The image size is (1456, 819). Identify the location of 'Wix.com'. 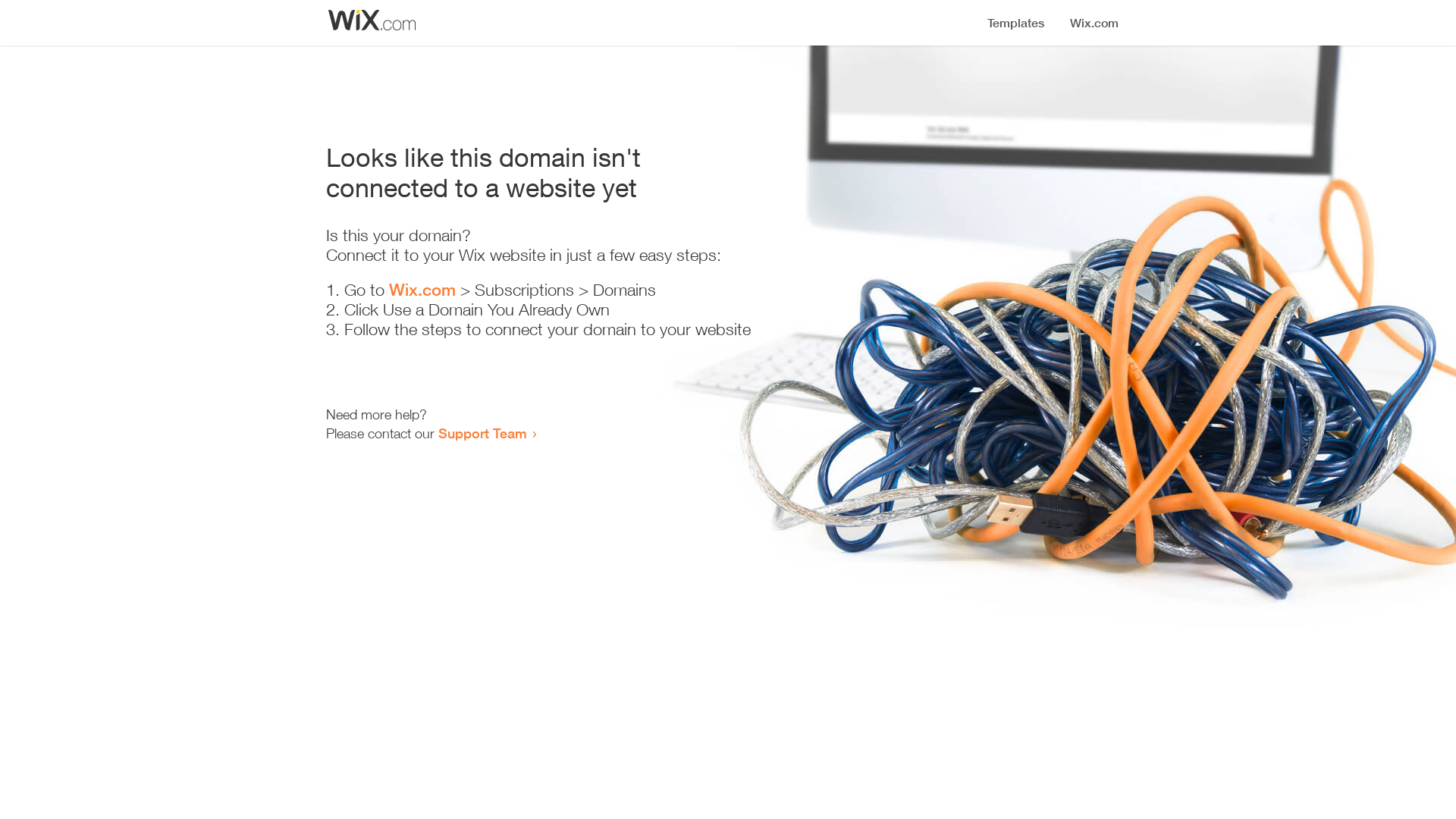
(389, 289).